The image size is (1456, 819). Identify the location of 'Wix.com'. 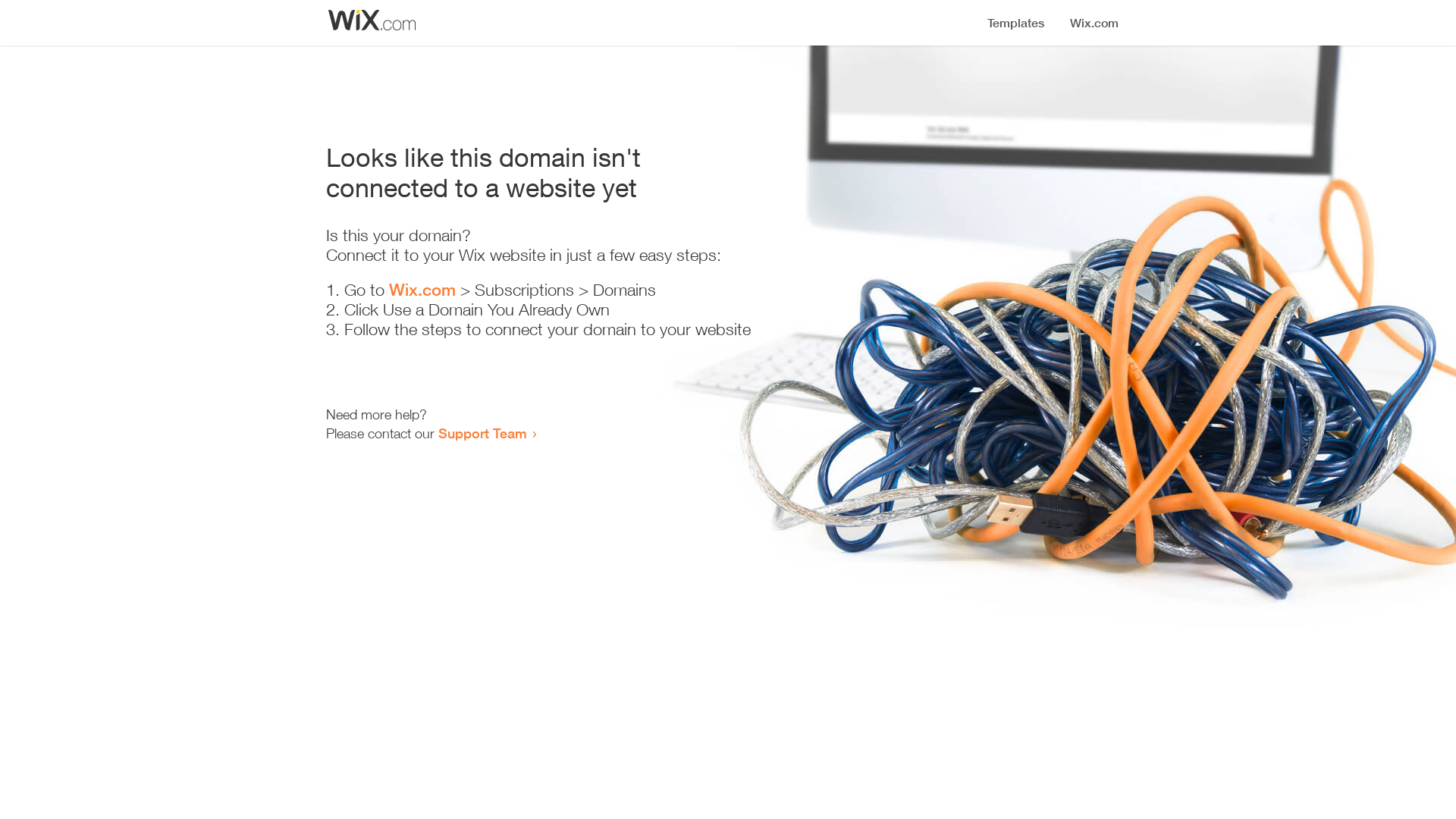
(389, 289).